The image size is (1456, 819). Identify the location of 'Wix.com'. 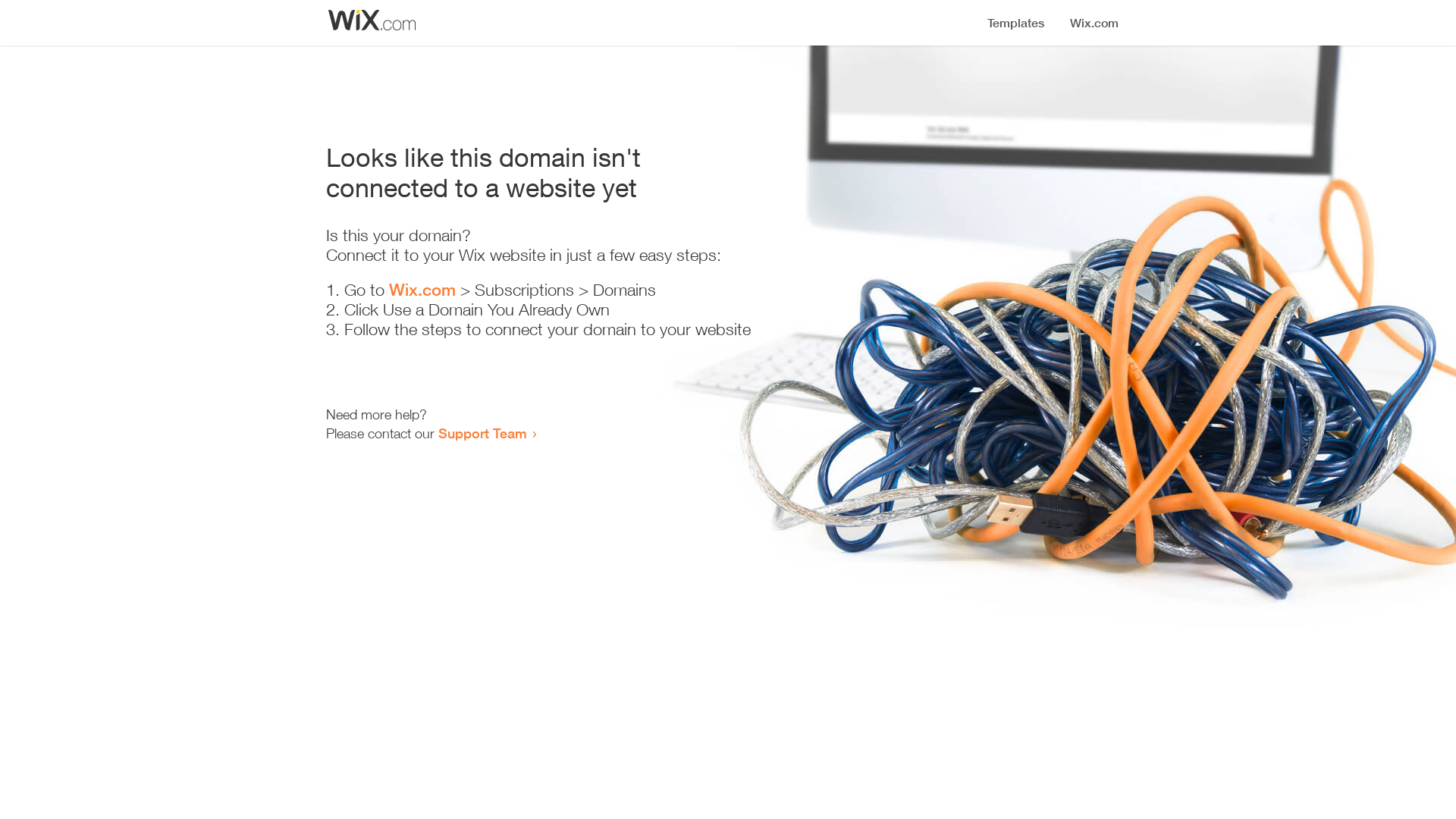
(389, 289).